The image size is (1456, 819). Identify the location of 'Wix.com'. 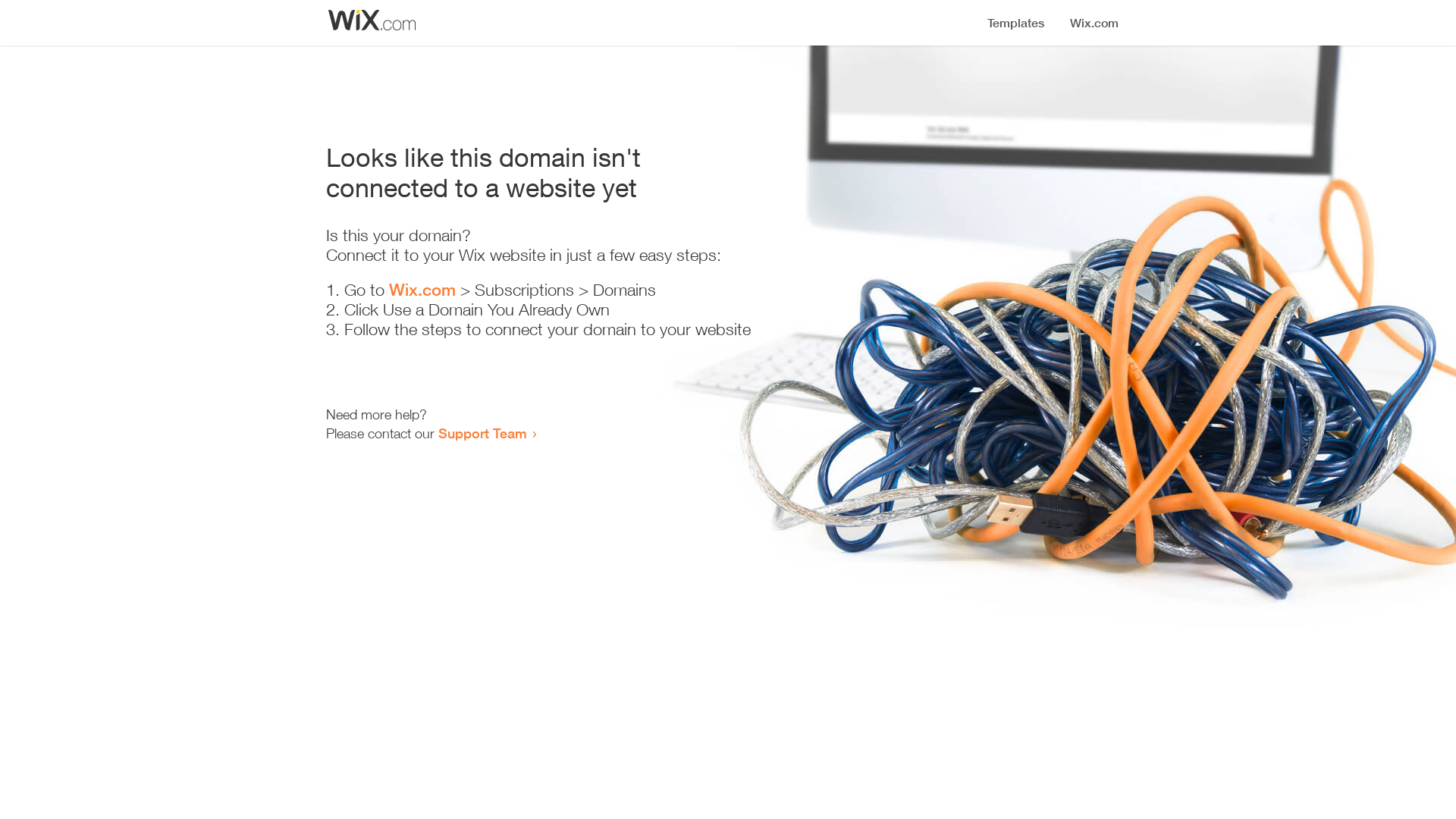
(389, 289).